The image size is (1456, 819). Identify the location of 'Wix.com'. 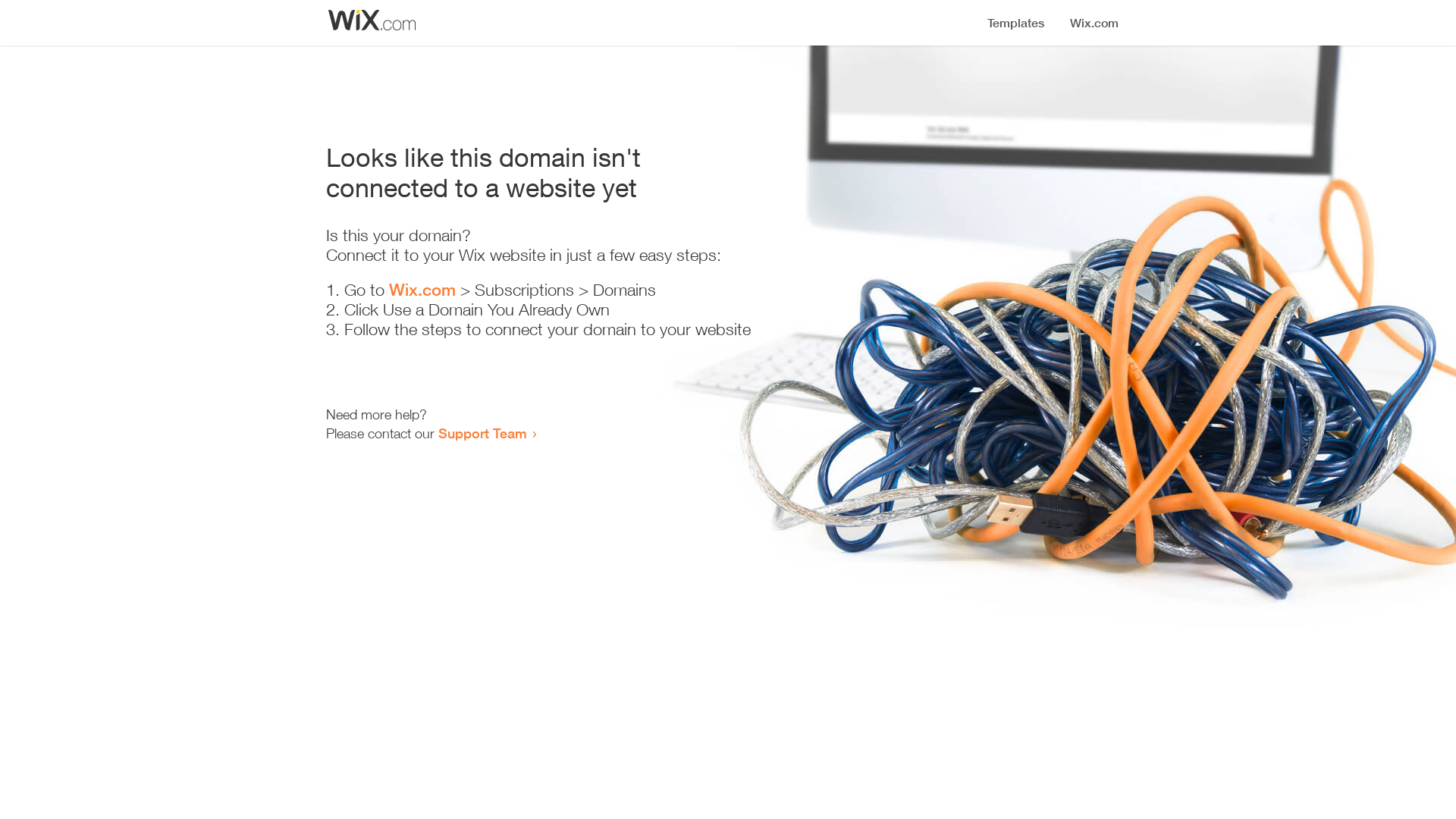
(389, 289).